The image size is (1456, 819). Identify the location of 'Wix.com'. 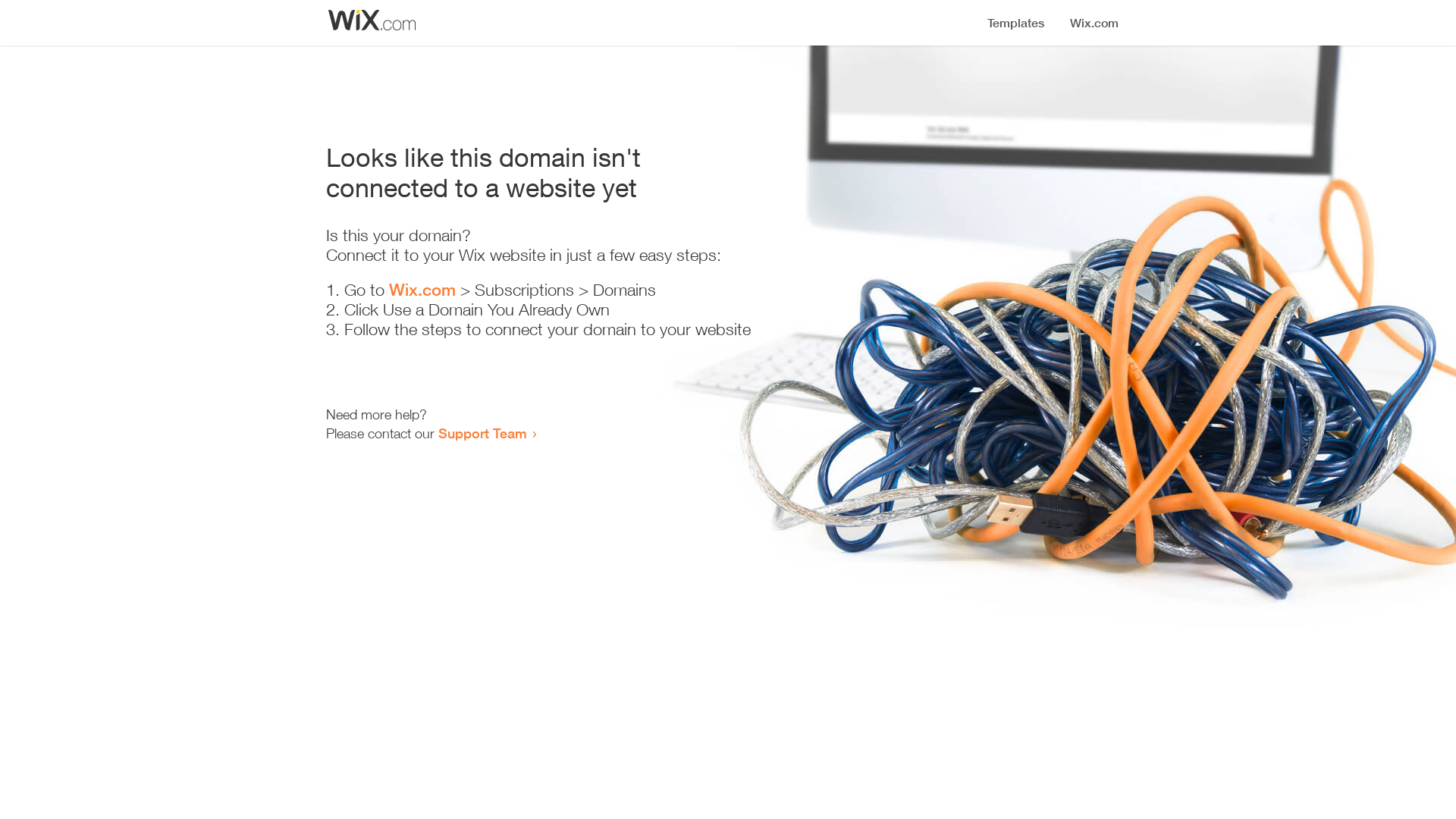
(389, 289).